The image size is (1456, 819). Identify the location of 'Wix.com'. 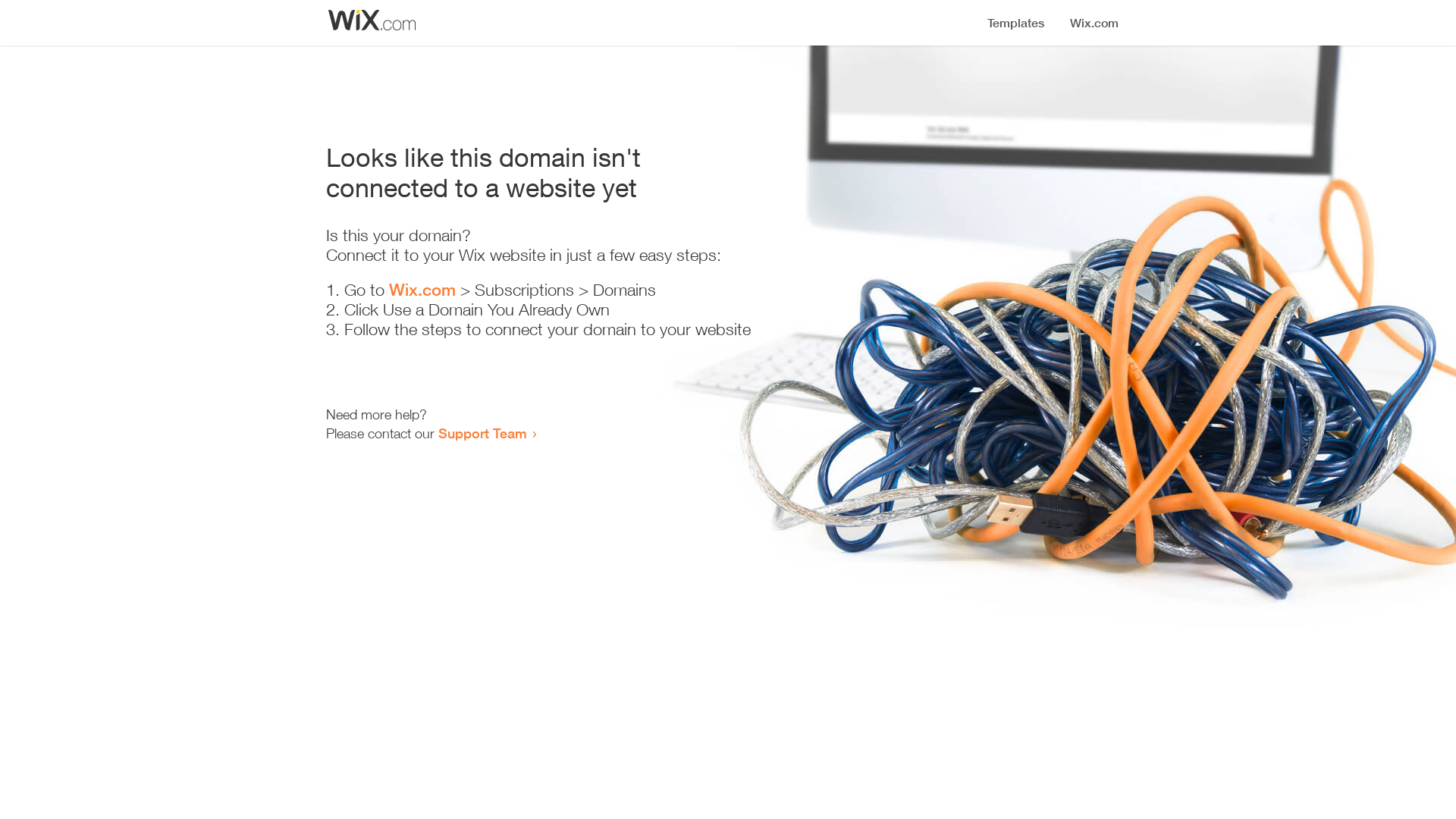
(389, 289).